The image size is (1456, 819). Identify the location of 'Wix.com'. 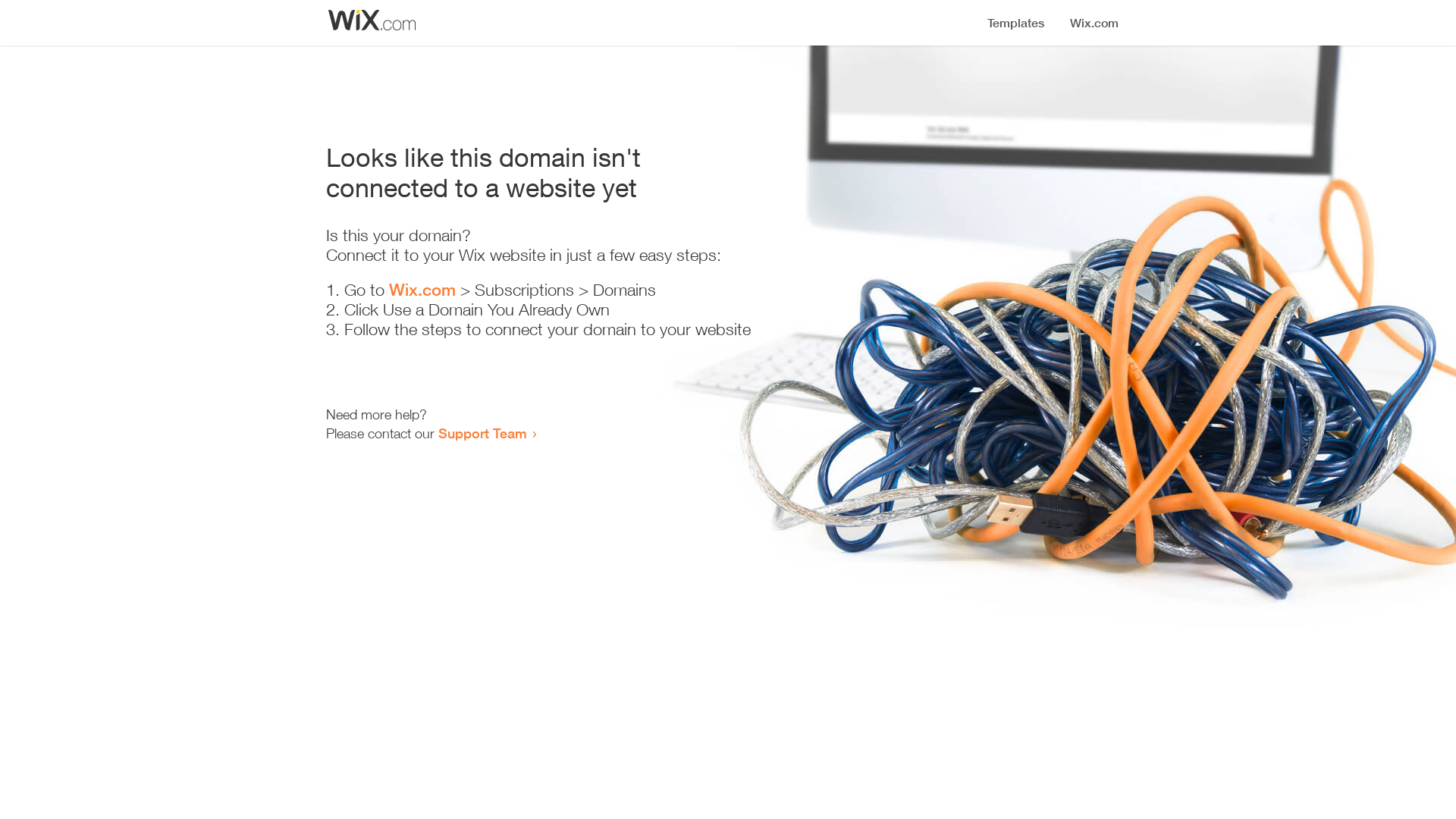
(389, 289).